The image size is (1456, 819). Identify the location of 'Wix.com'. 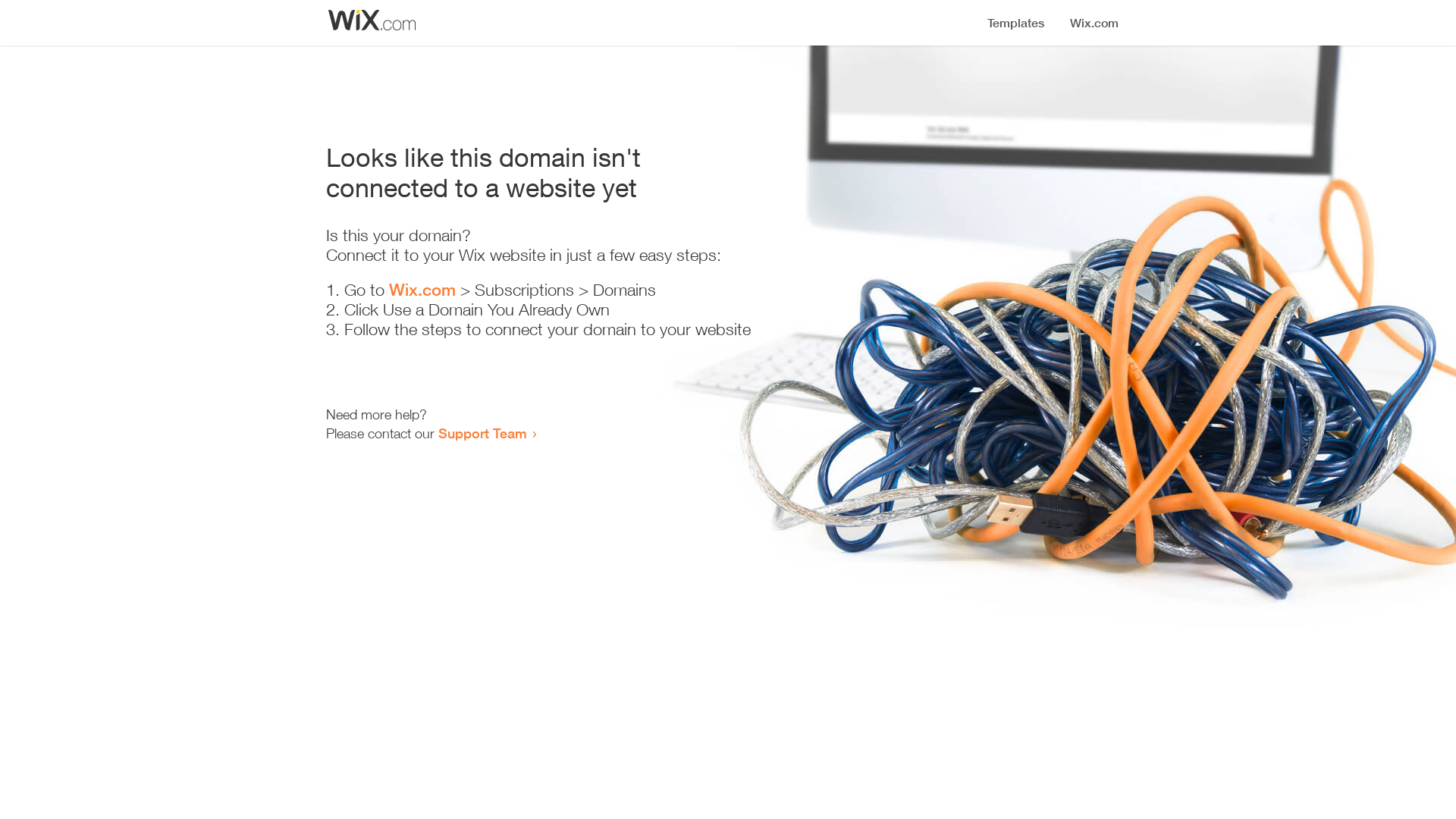
(389, 289).